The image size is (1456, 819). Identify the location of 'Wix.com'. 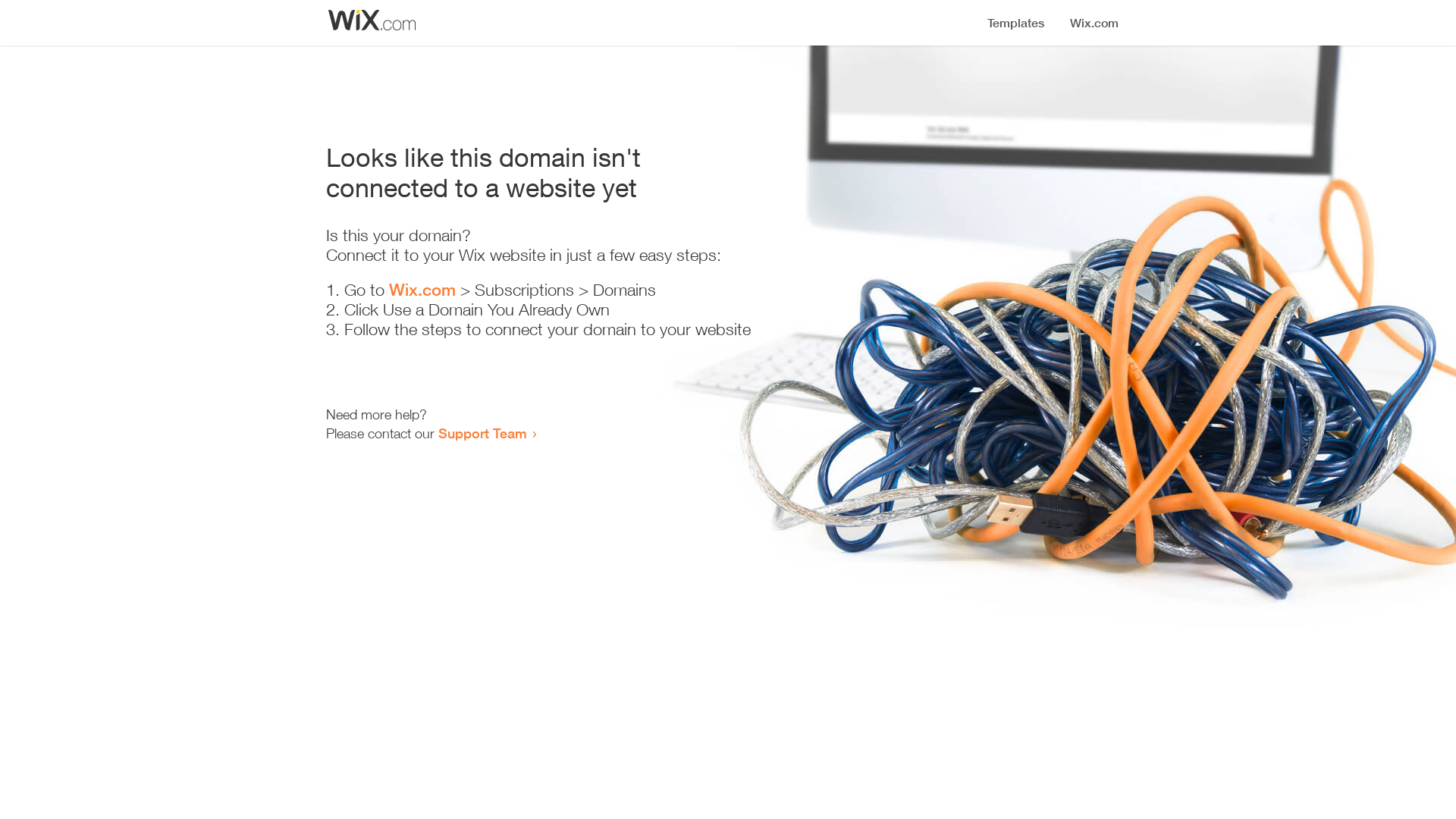
(389, 289).